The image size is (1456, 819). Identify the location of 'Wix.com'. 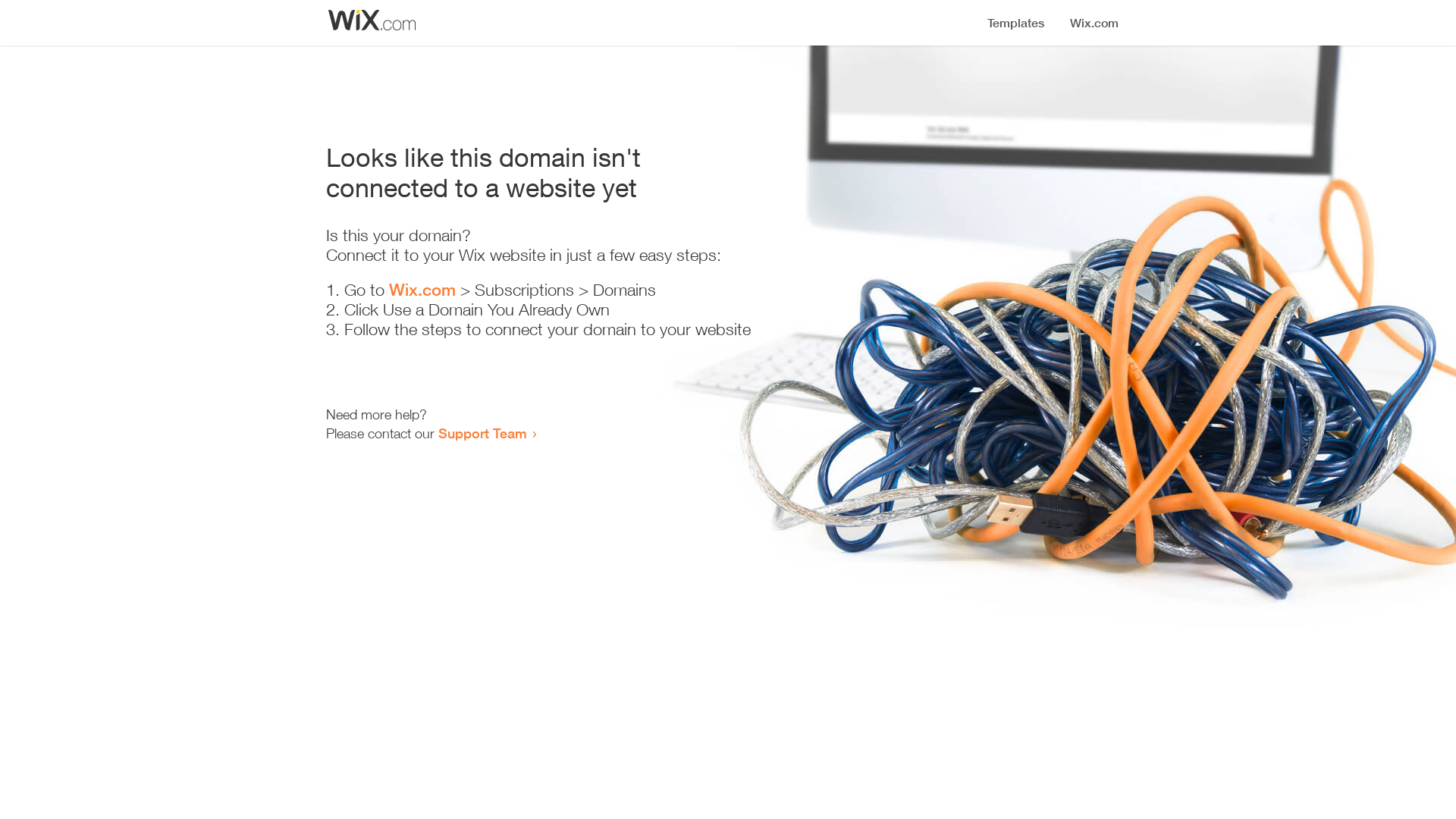
(389, 289).